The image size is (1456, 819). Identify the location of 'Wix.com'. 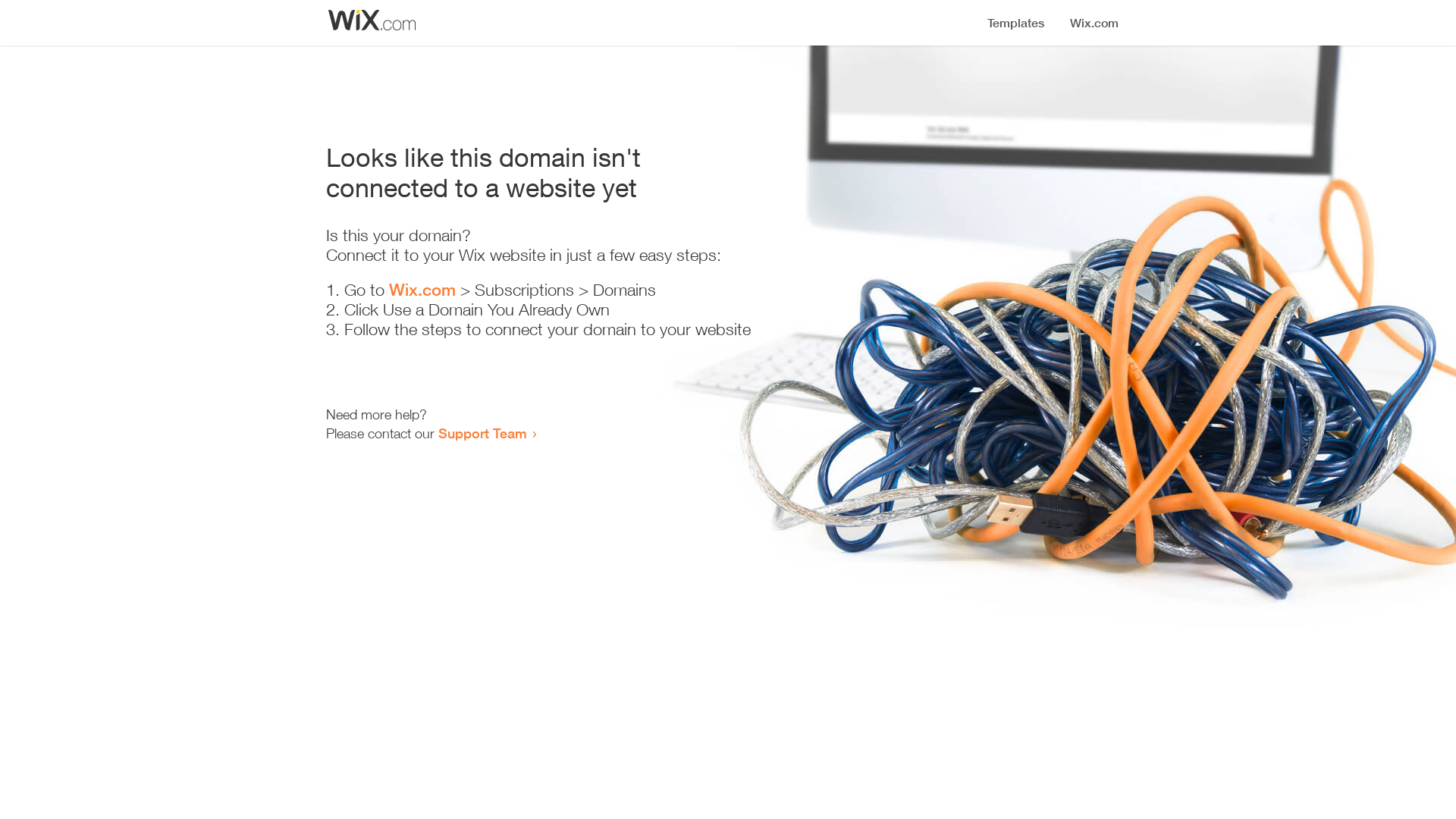
(389, 289).